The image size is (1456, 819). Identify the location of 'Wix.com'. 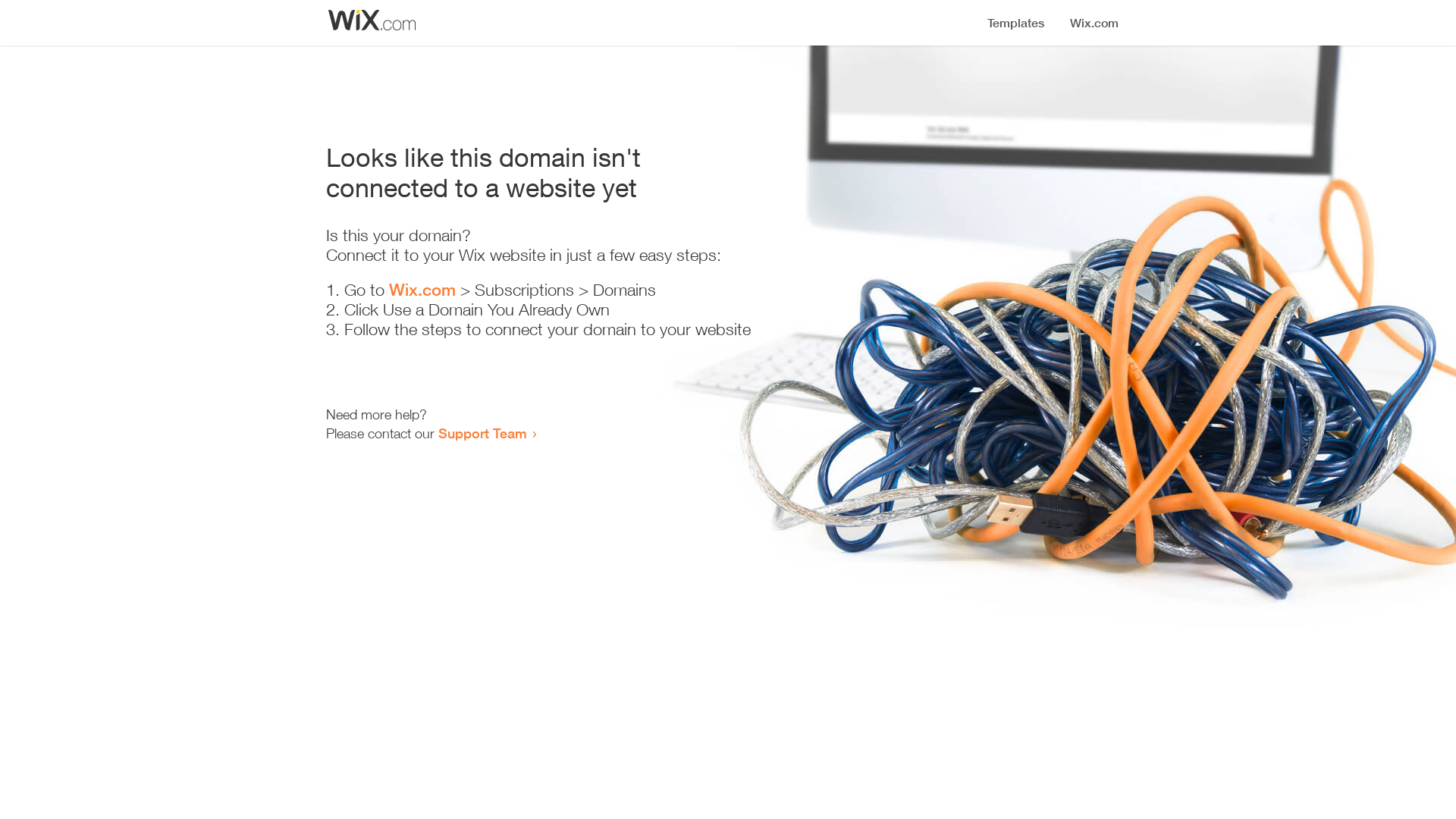
(389, 289).